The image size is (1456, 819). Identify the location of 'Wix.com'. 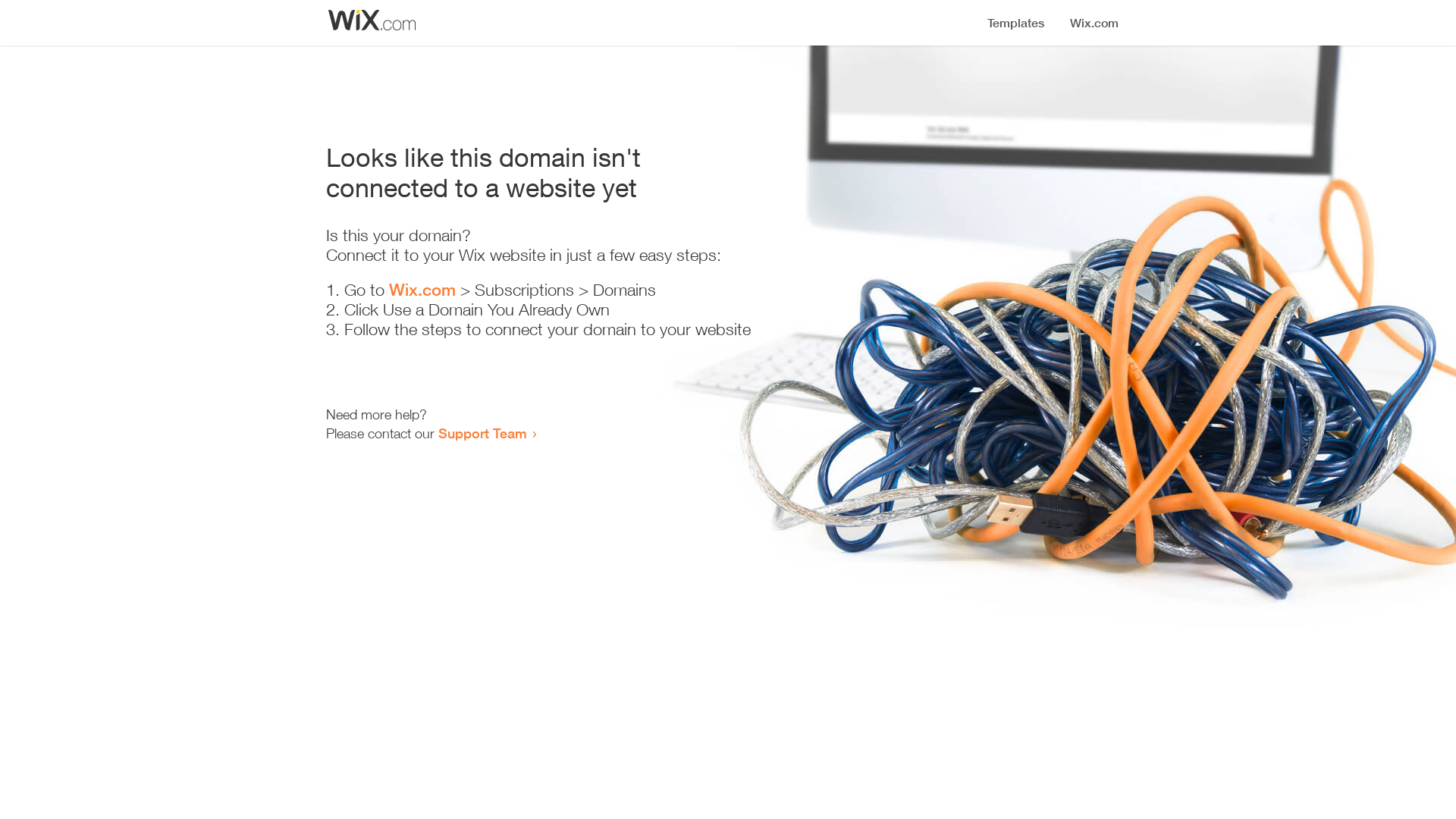
(389, 289).